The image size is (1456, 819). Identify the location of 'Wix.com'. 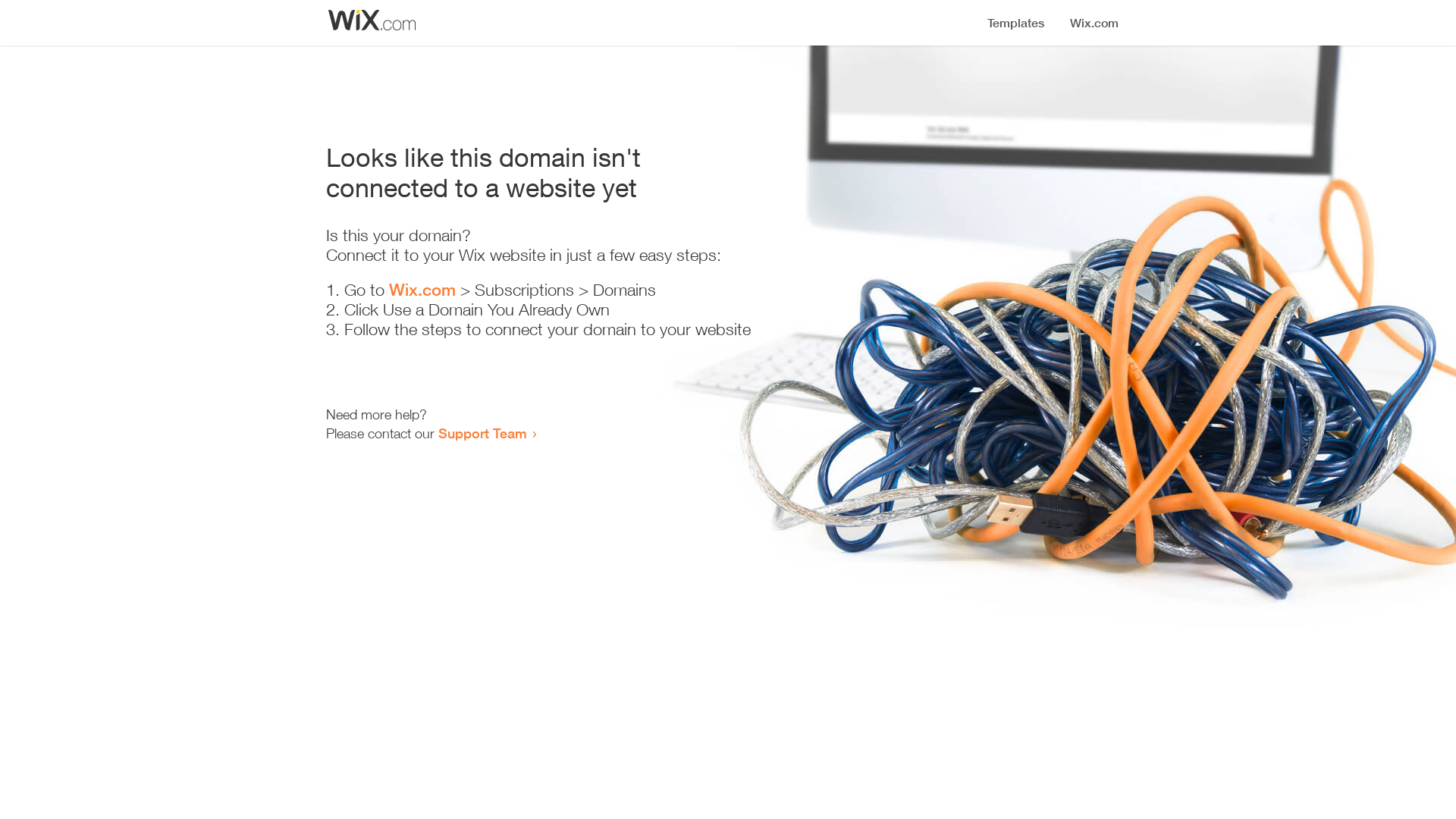
(389, 289).